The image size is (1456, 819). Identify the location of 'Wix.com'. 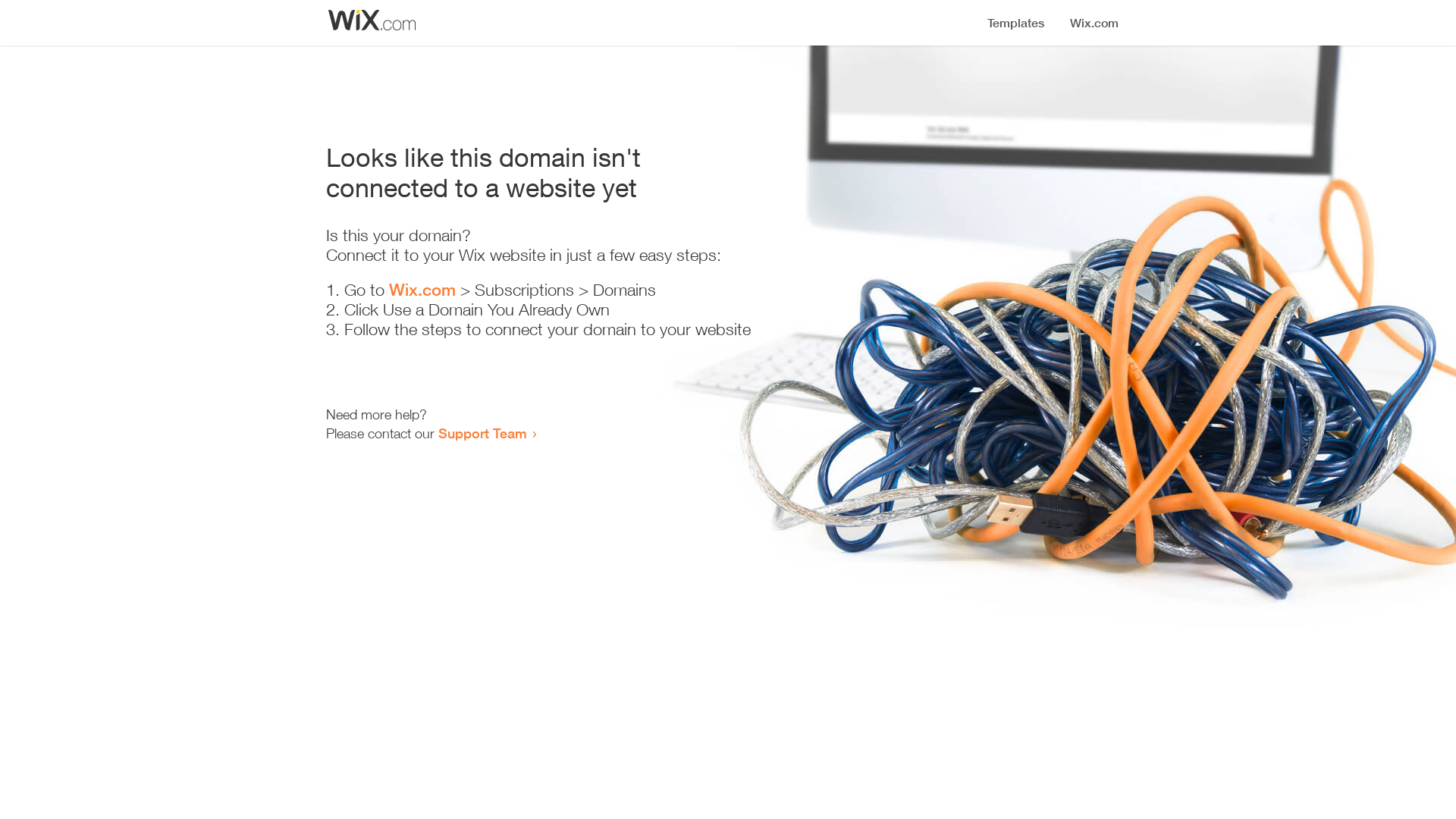
(389, 289).